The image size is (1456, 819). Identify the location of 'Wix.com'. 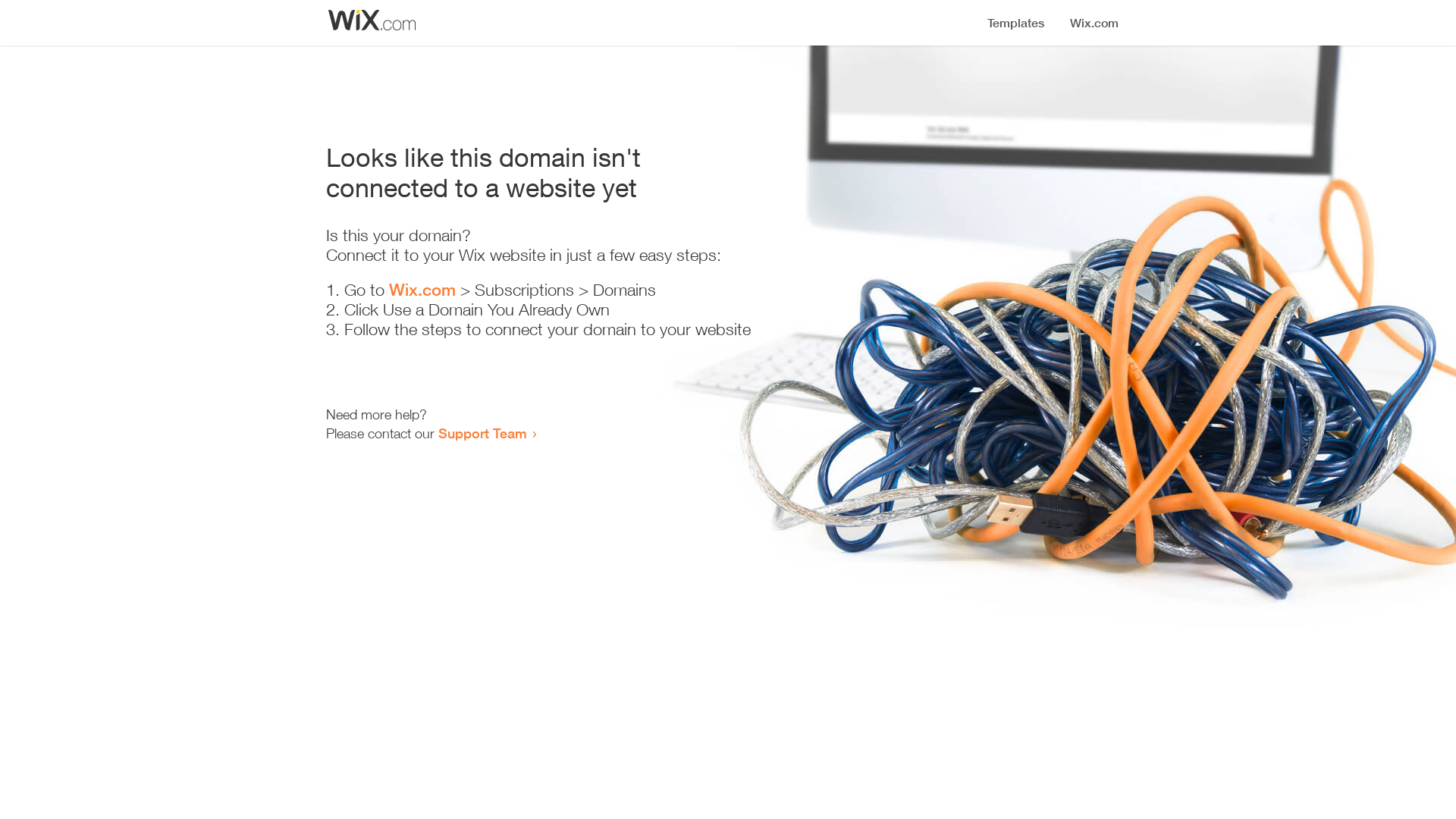
(389, 289).